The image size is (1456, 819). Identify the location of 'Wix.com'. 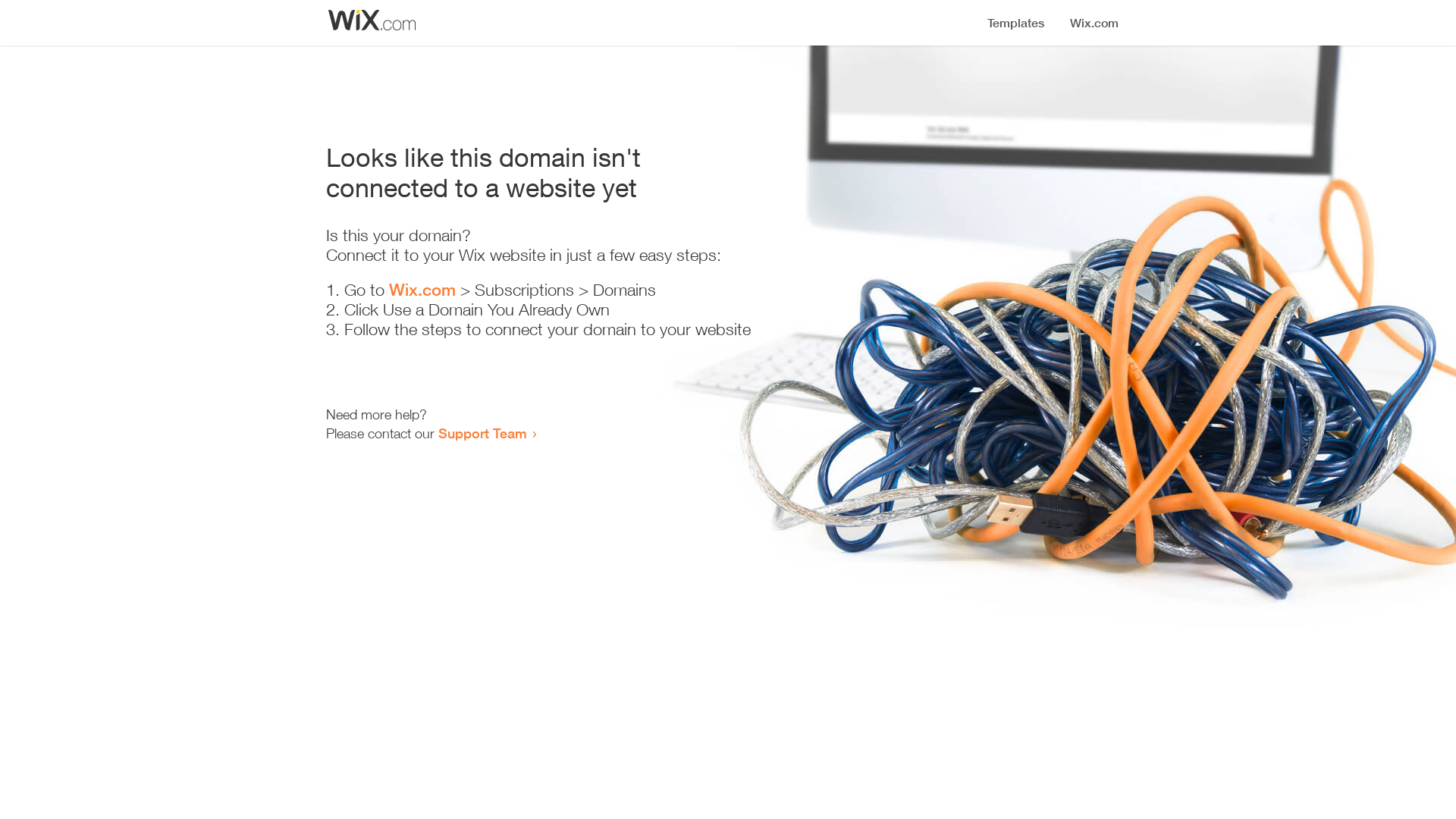
(389, 289).